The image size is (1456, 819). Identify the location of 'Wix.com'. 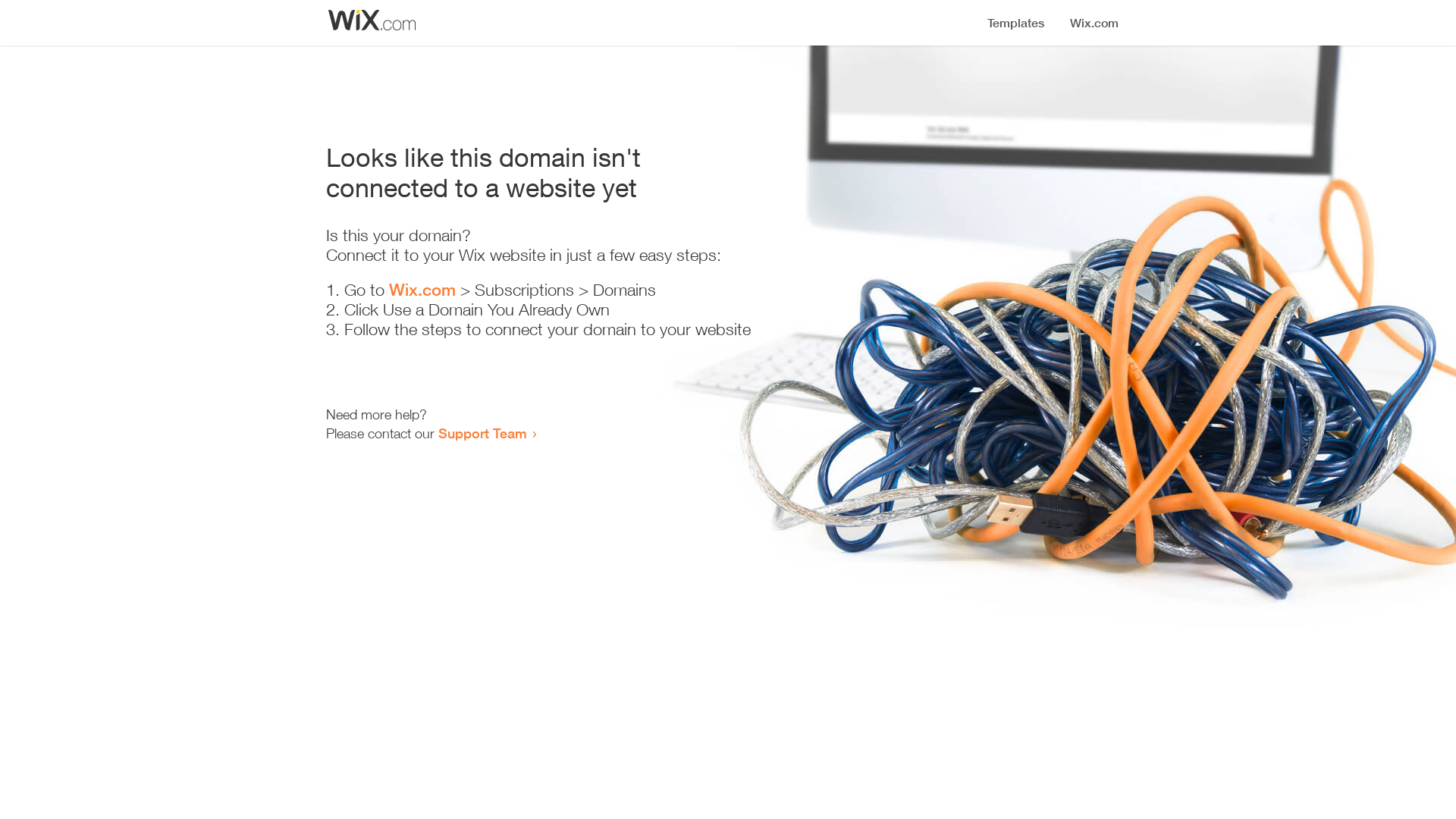
(389, 289).